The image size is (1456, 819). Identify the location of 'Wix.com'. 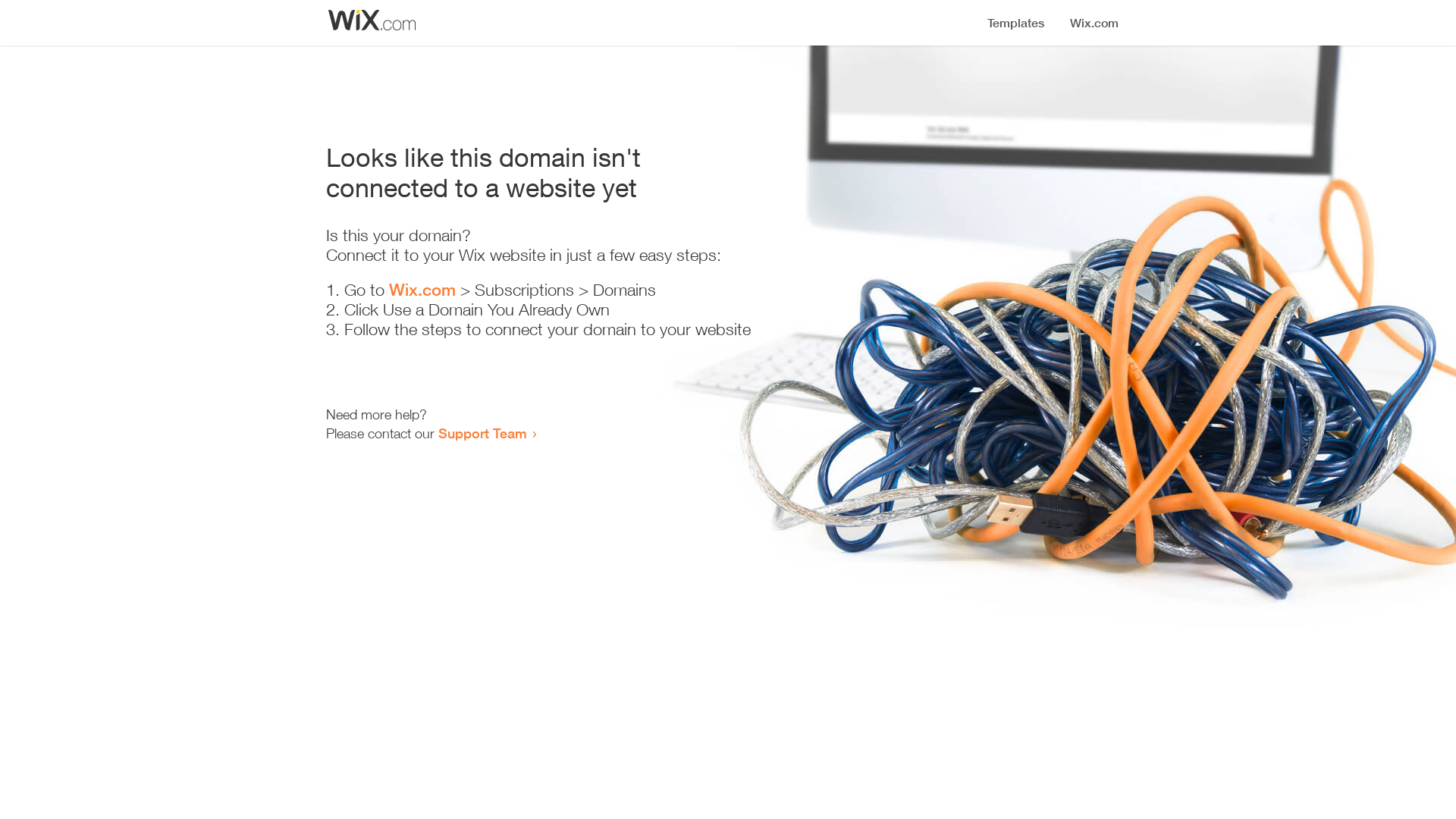
(389, 289).